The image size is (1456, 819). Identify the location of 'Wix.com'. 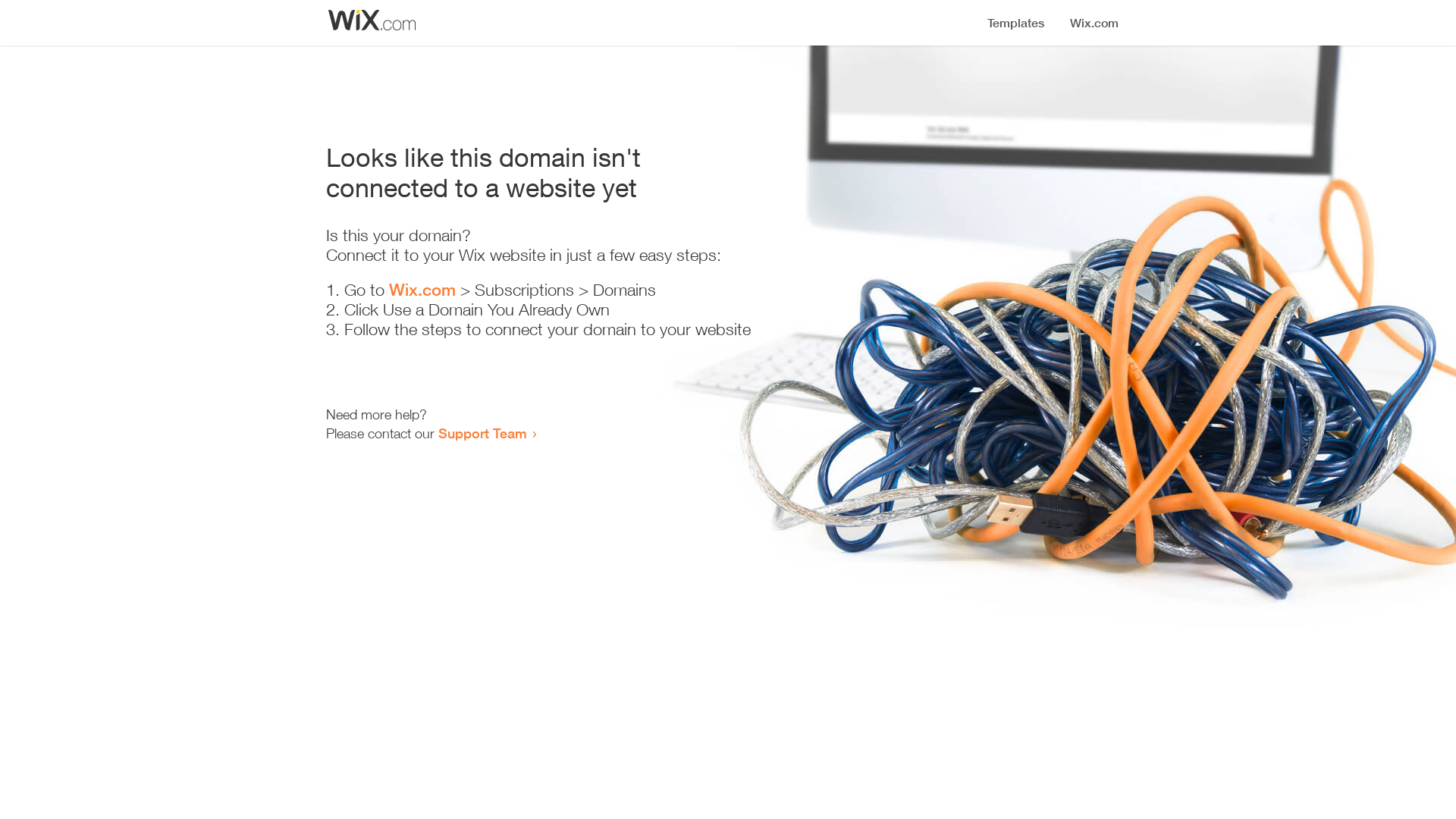
(389, 289).